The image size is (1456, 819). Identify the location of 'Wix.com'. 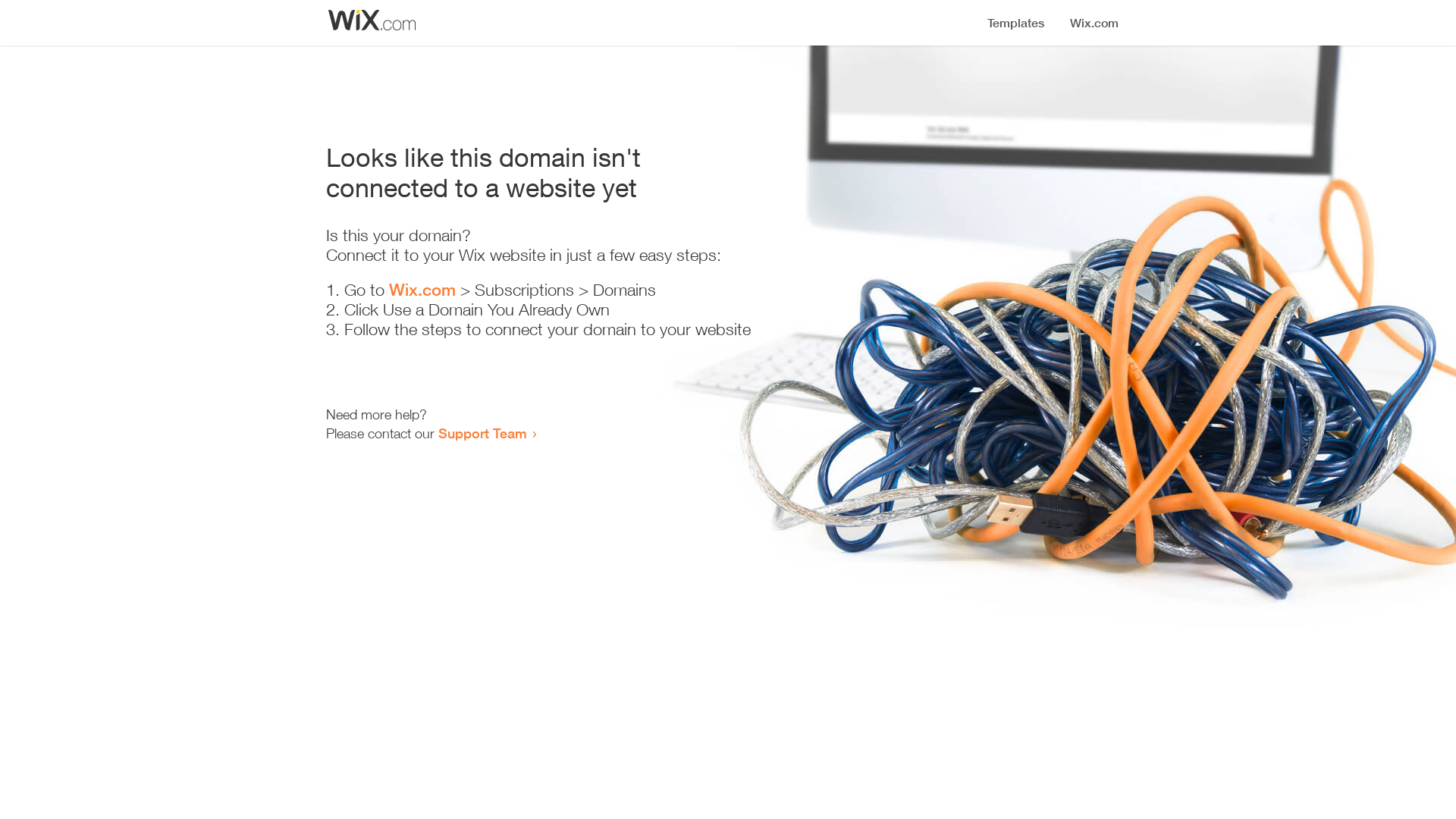
(389, 289).